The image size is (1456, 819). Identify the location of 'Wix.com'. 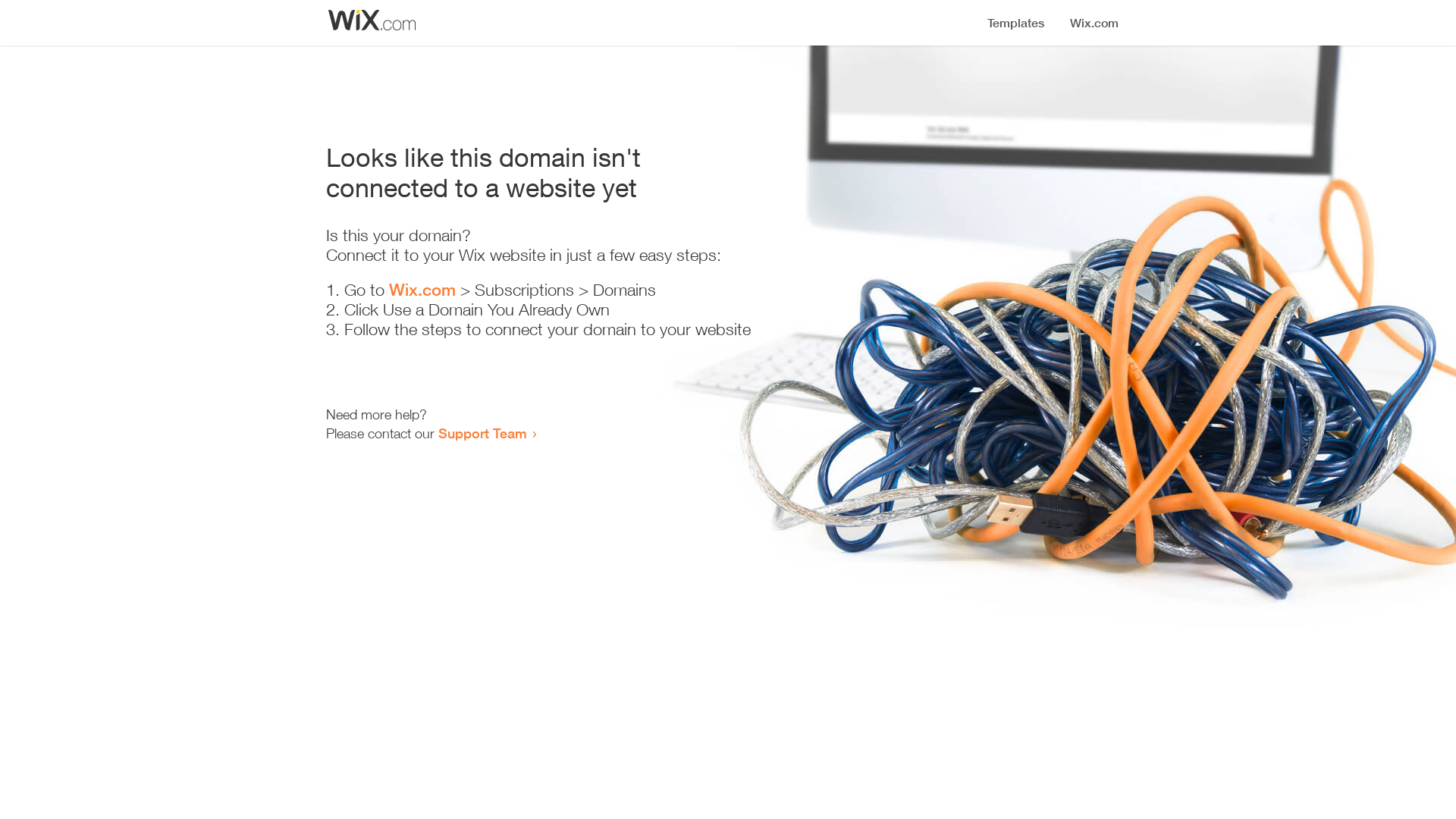
(389, 289).